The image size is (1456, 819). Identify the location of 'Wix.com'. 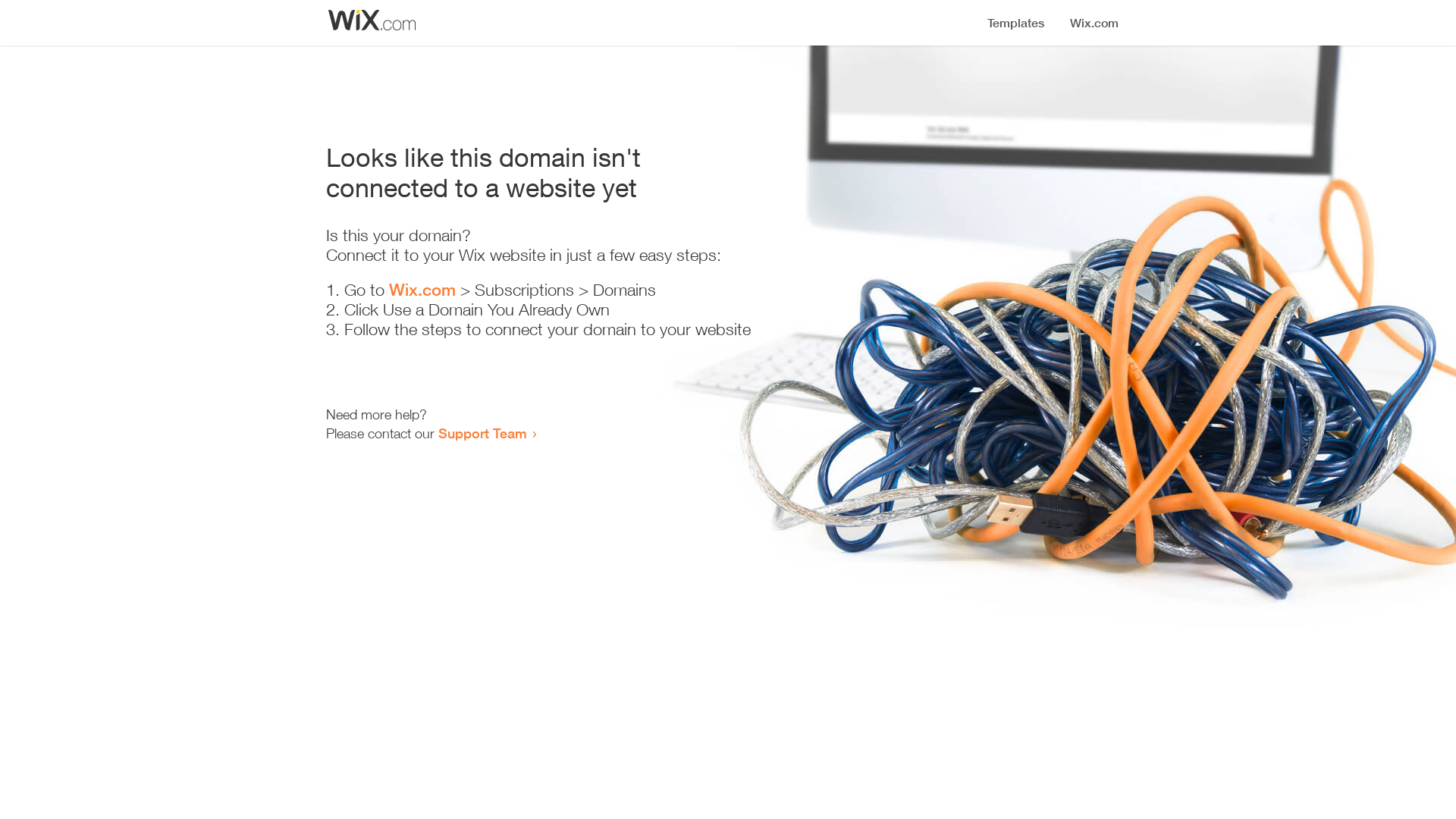
(389, 289).